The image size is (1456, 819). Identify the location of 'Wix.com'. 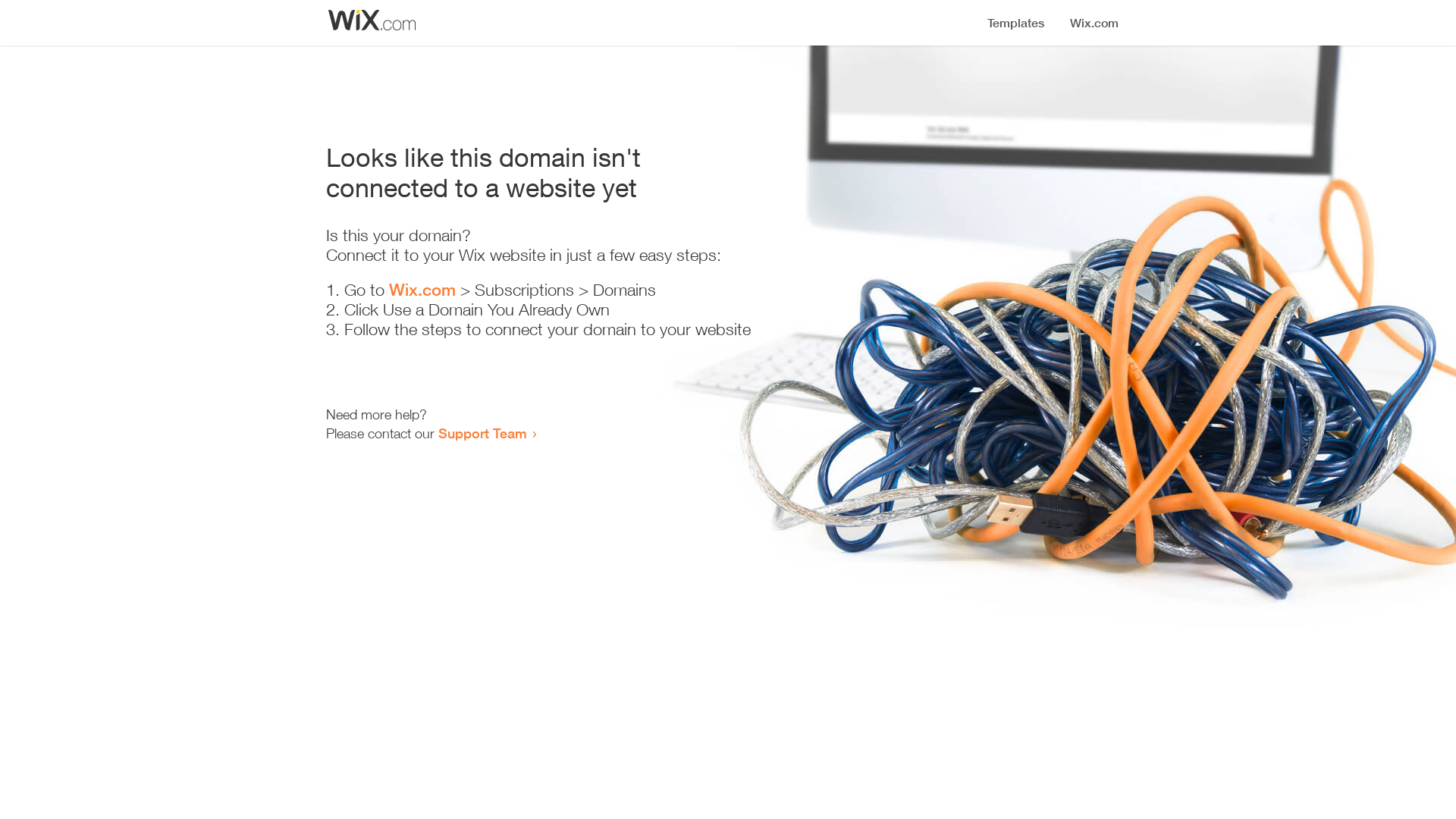
(389, 289).